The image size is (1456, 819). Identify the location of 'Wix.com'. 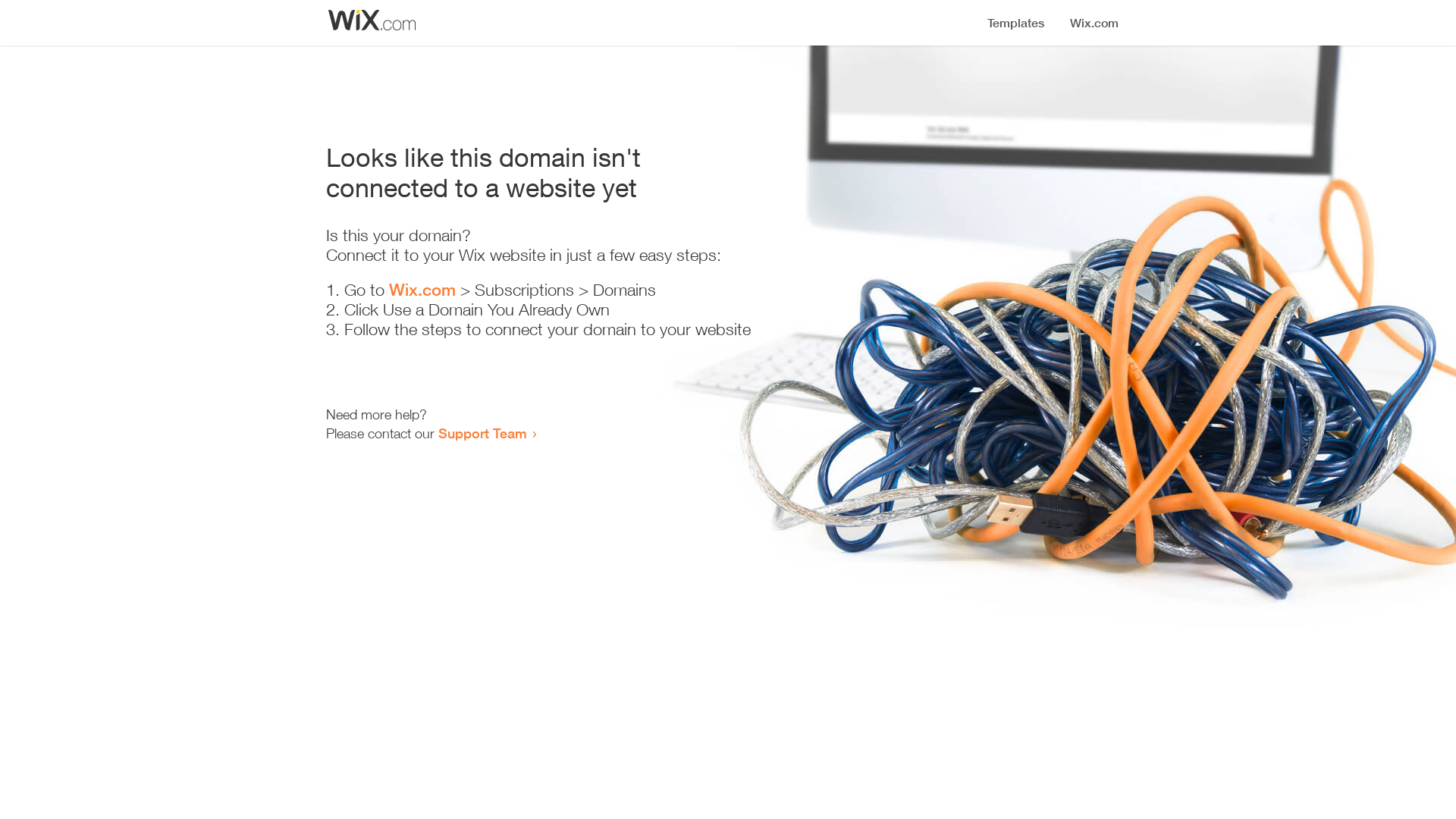
(389, 289).